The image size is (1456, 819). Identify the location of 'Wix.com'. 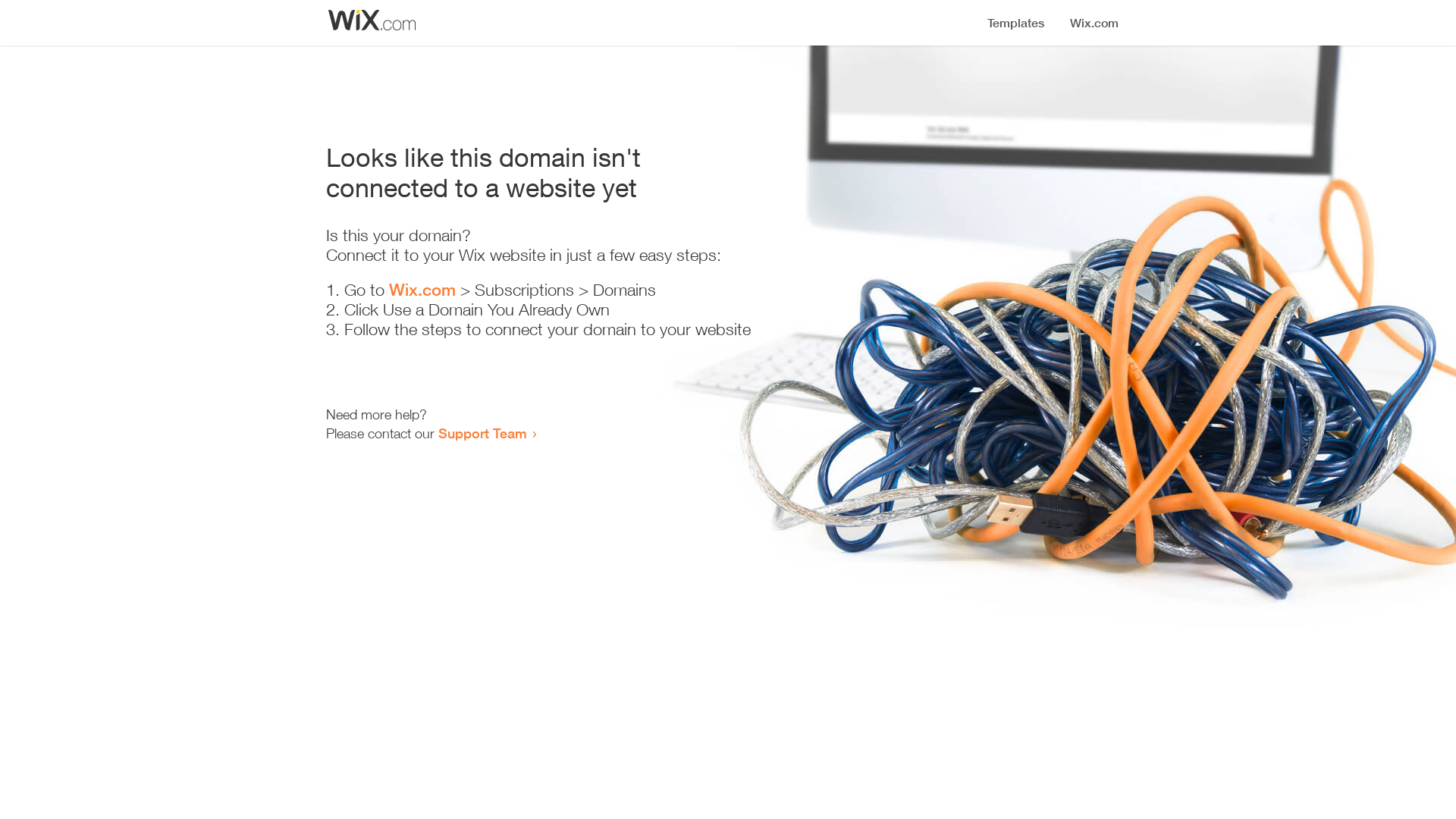
(389, 289).